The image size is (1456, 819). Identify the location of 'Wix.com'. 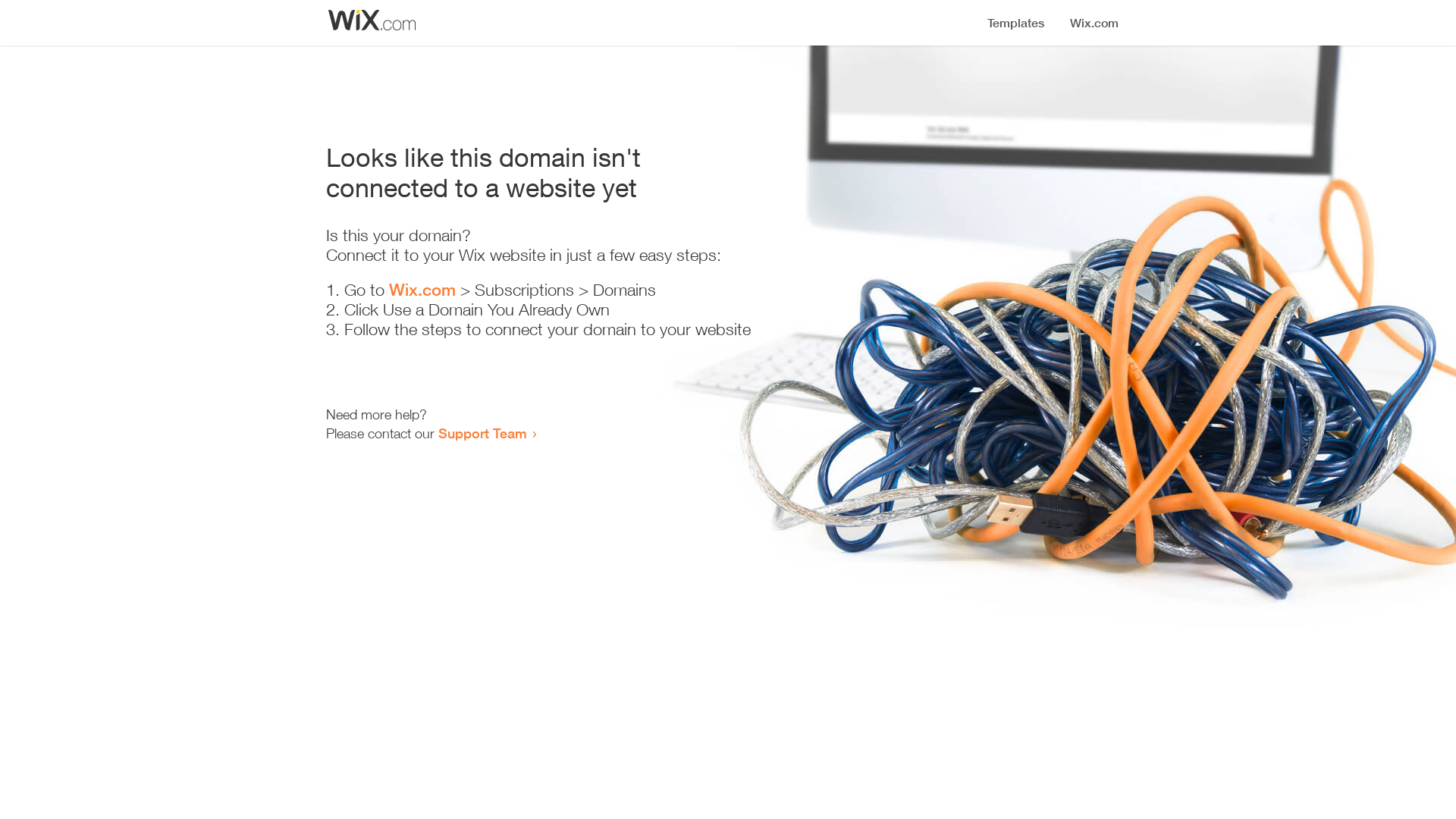
(389, 289).